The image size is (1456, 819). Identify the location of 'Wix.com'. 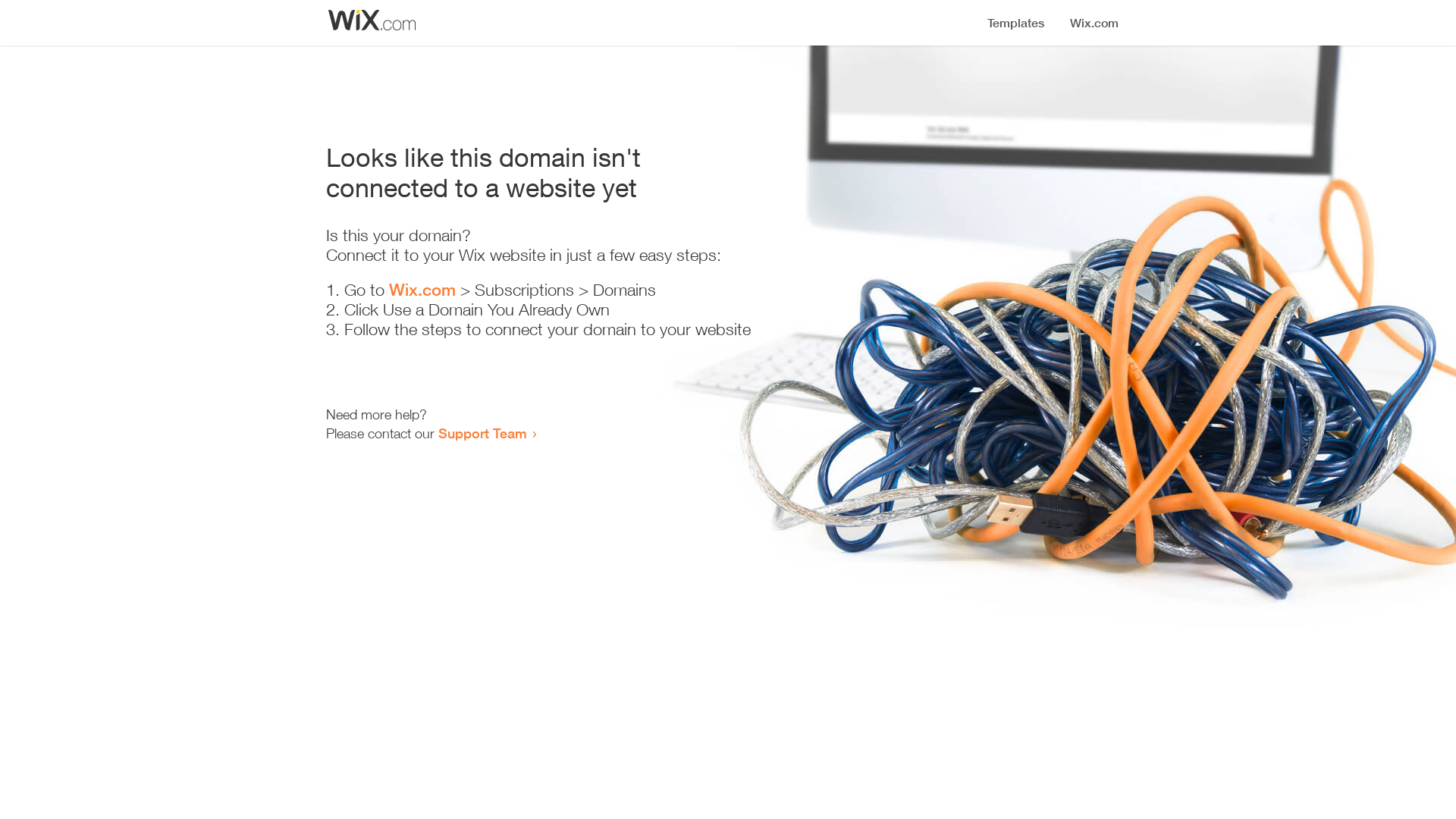
(389, 289).